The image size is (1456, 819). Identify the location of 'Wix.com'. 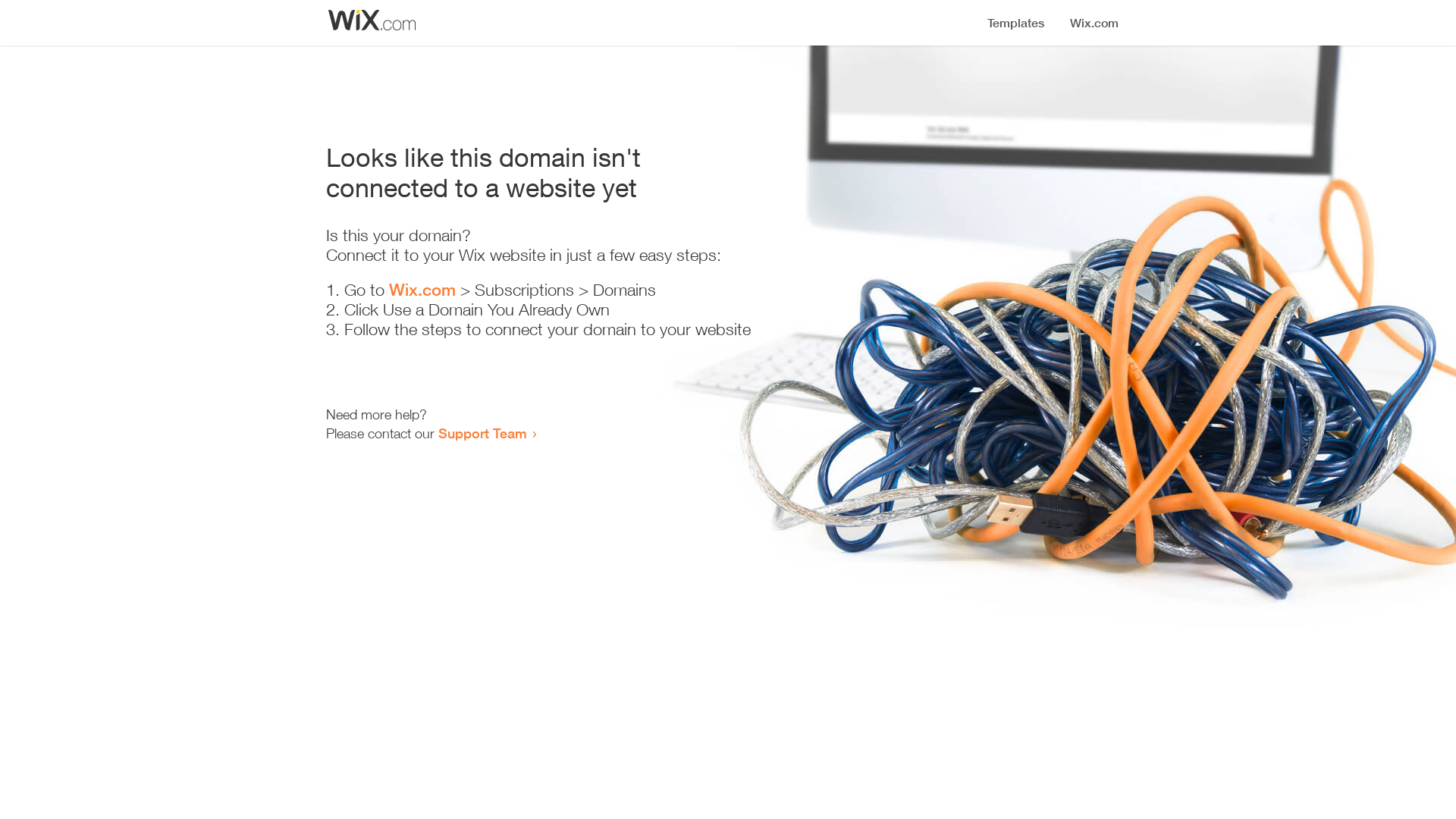
(389, 289).